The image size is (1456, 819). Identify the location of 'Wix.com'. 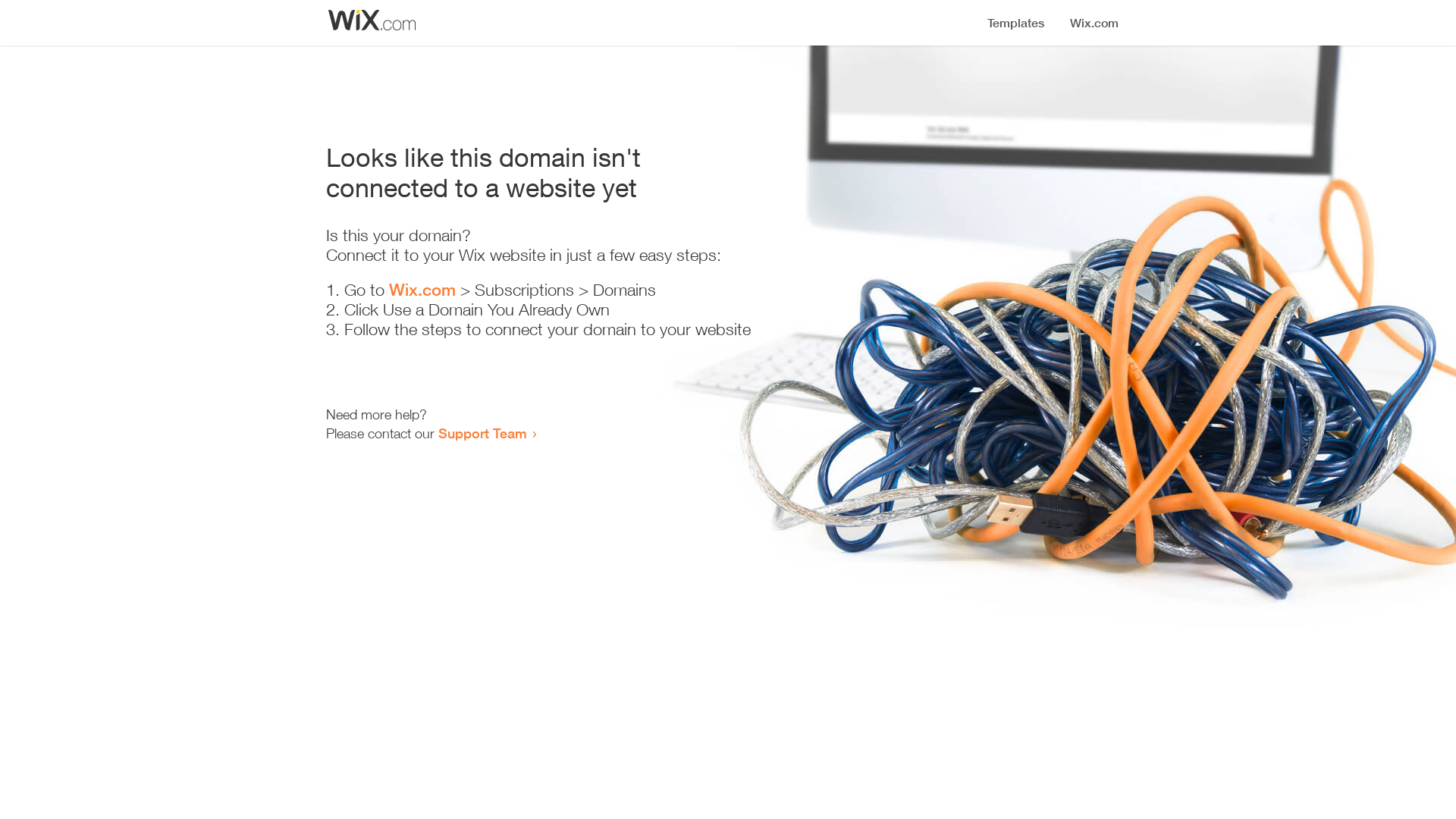
(389, 289).